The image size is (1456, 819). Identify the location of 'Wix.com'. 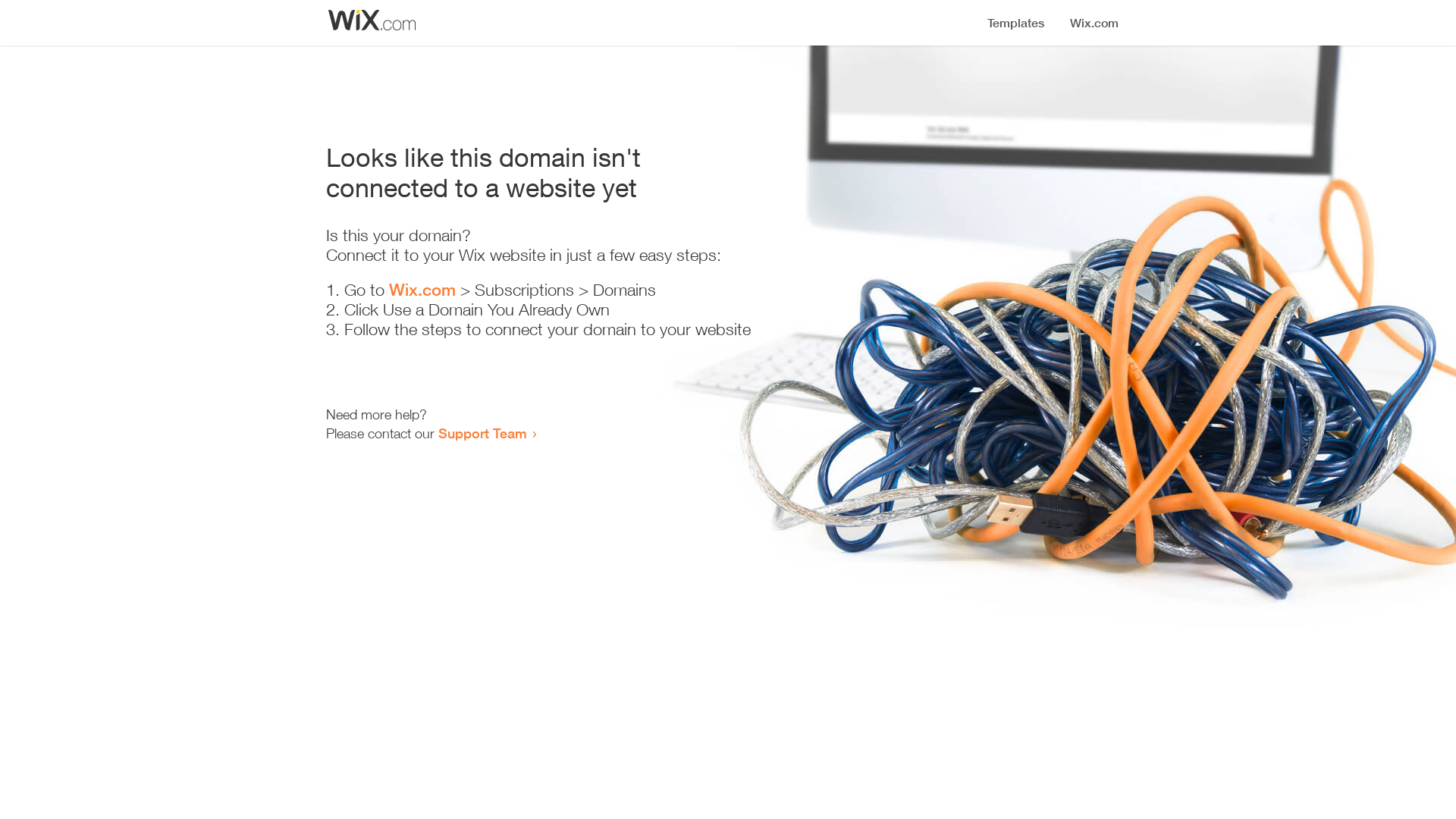
(389, 289).